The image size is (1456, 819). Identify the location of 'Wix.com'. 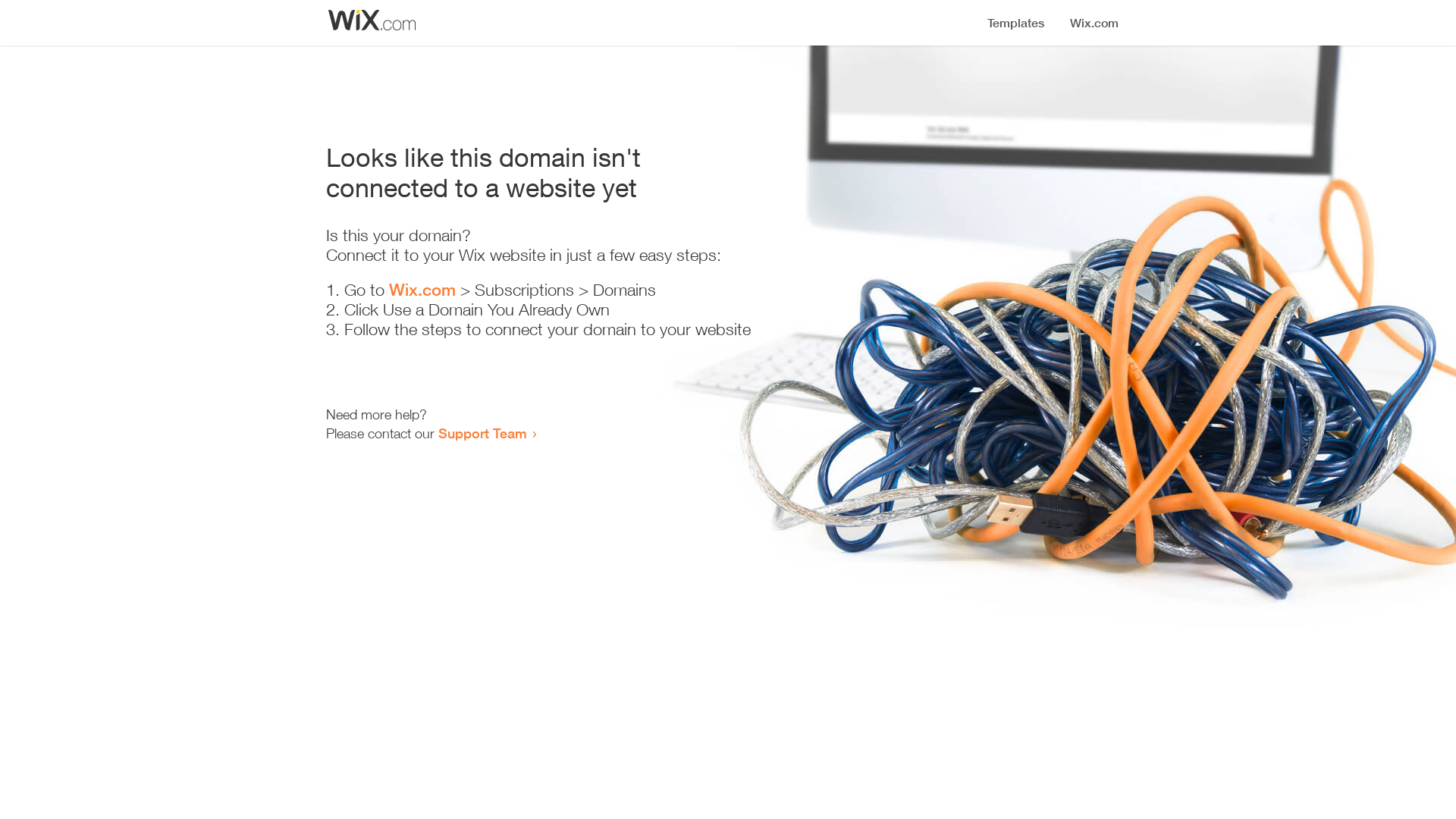
(389, 289).